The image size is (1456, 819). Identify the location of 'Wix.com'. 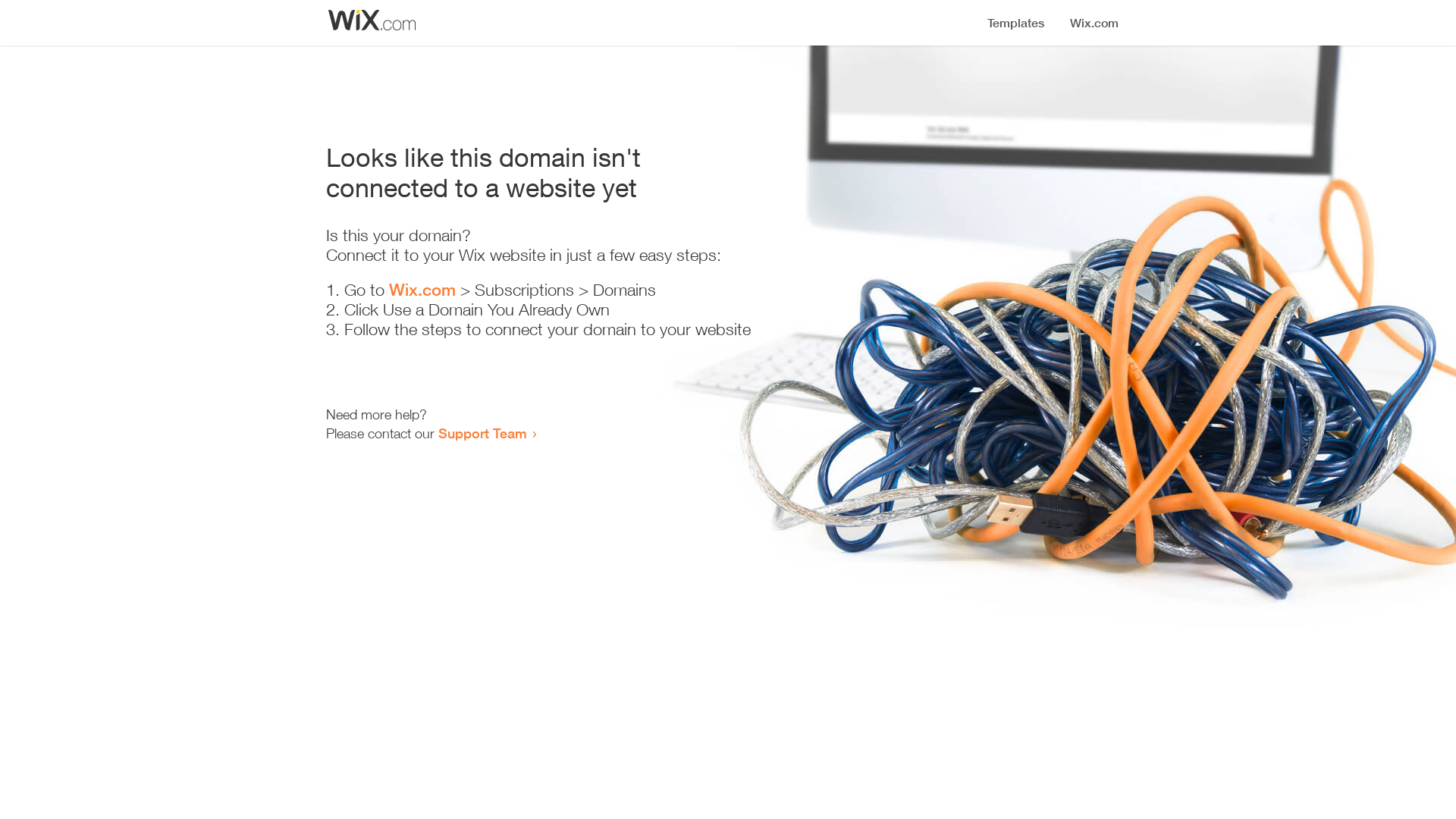
(389, 289).